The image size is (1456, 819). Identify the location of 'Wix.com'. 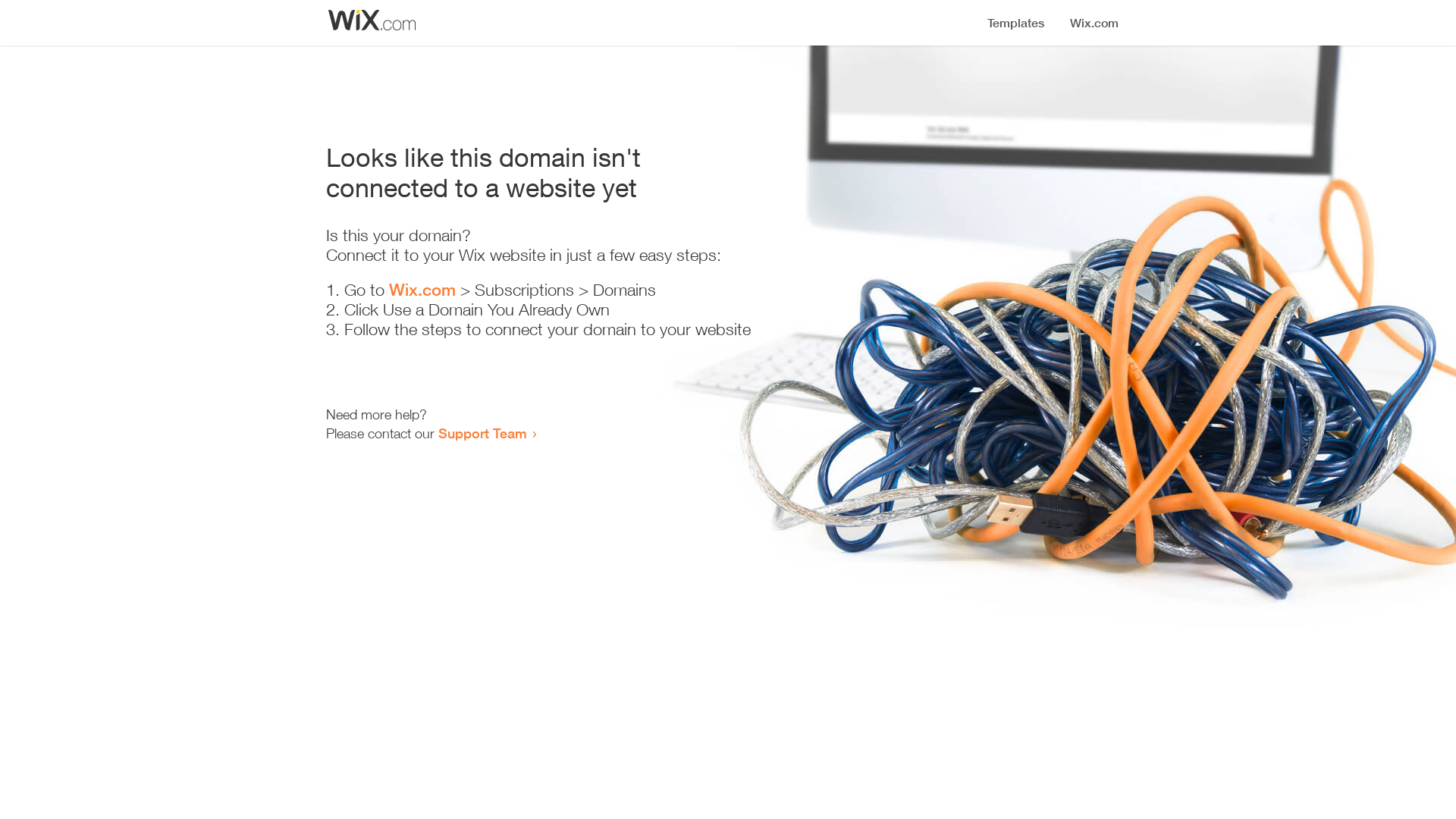
(389, 289).